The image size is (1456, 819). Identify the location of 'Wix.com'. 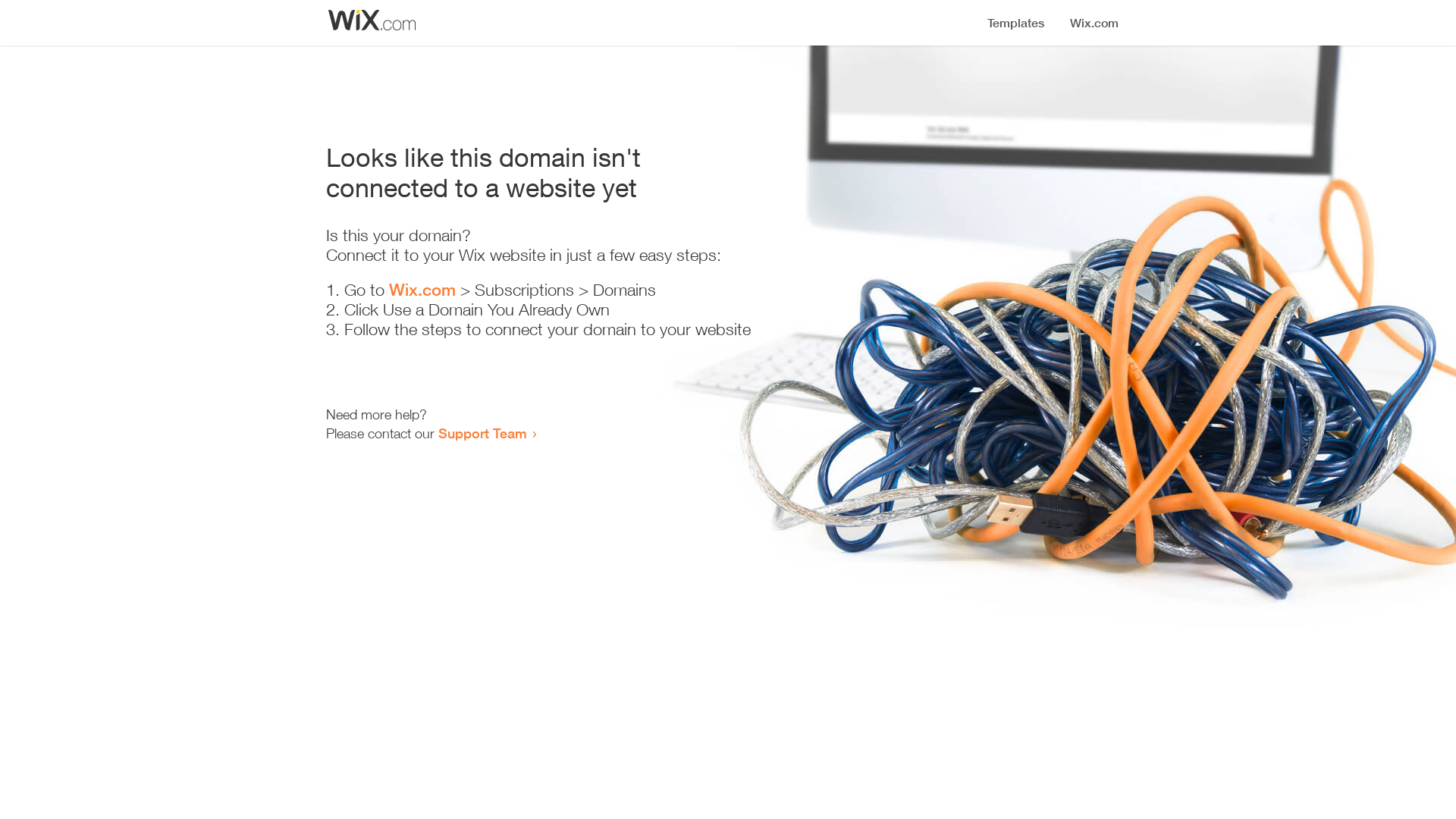
(389, 289).